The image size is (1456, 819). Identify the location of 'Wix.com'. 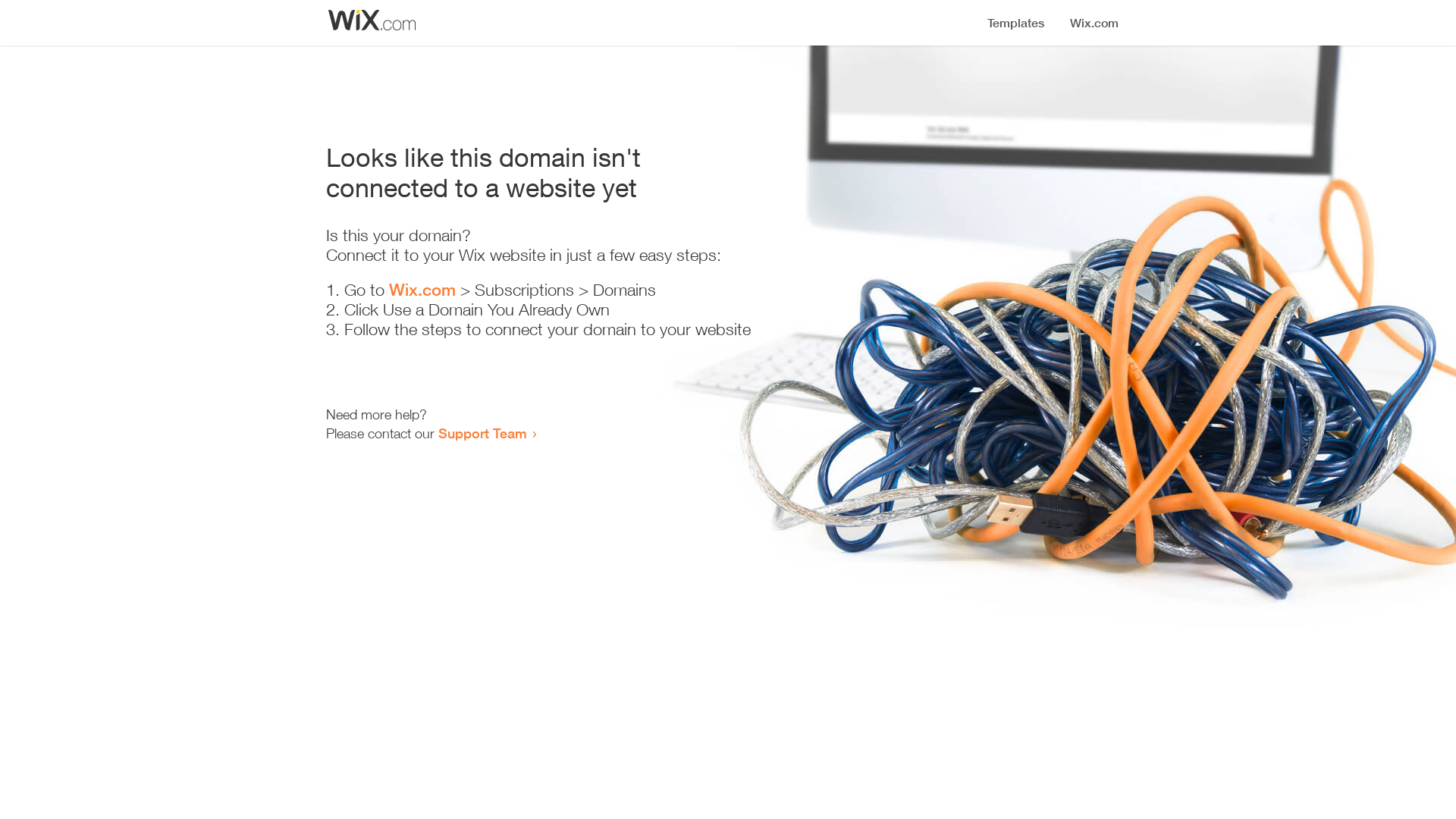
(389, 289).